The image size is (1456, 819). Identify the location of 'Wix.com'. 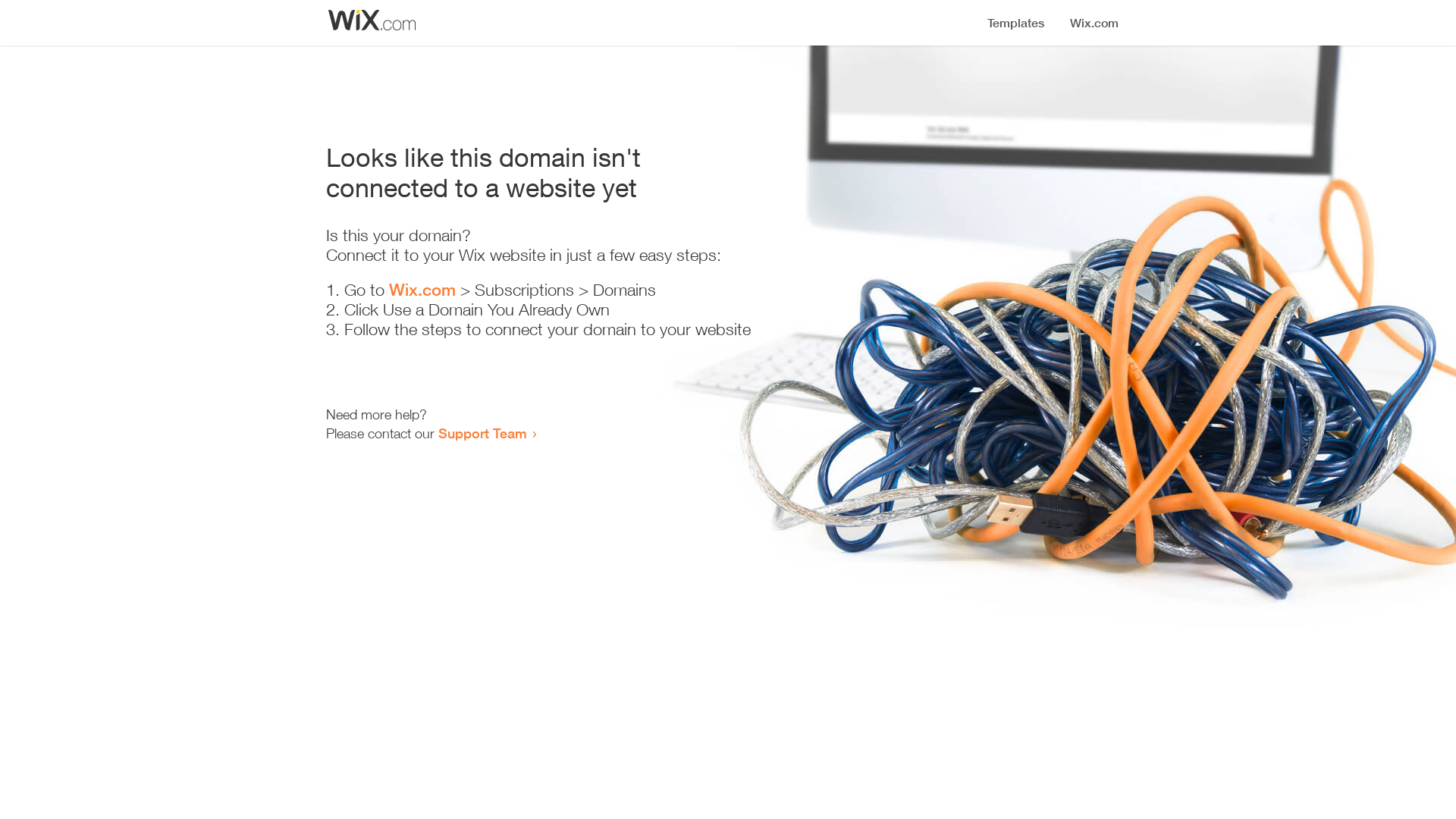
(389, 289).